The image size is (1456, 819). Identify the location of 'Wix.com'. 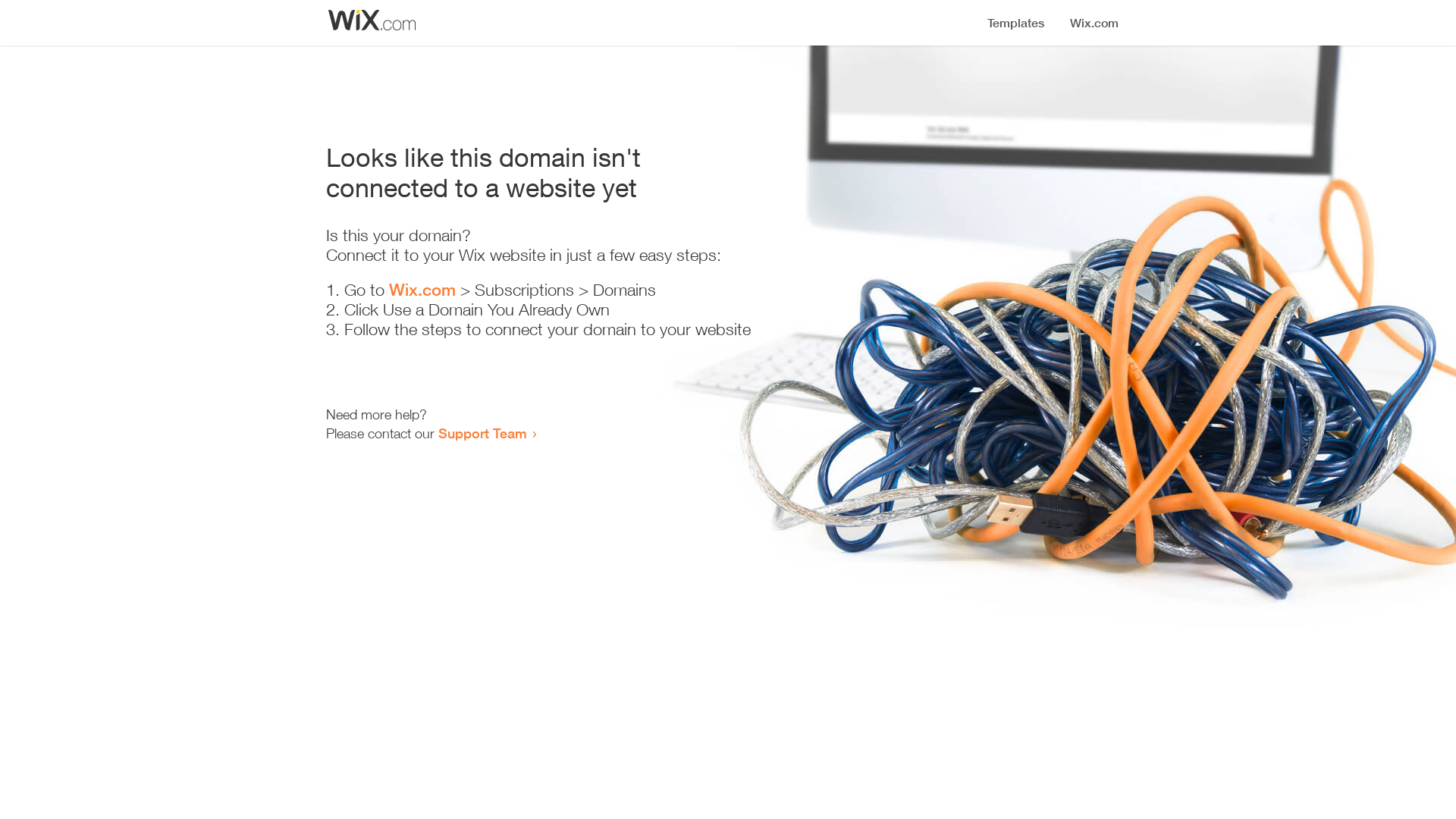
(389, 289).